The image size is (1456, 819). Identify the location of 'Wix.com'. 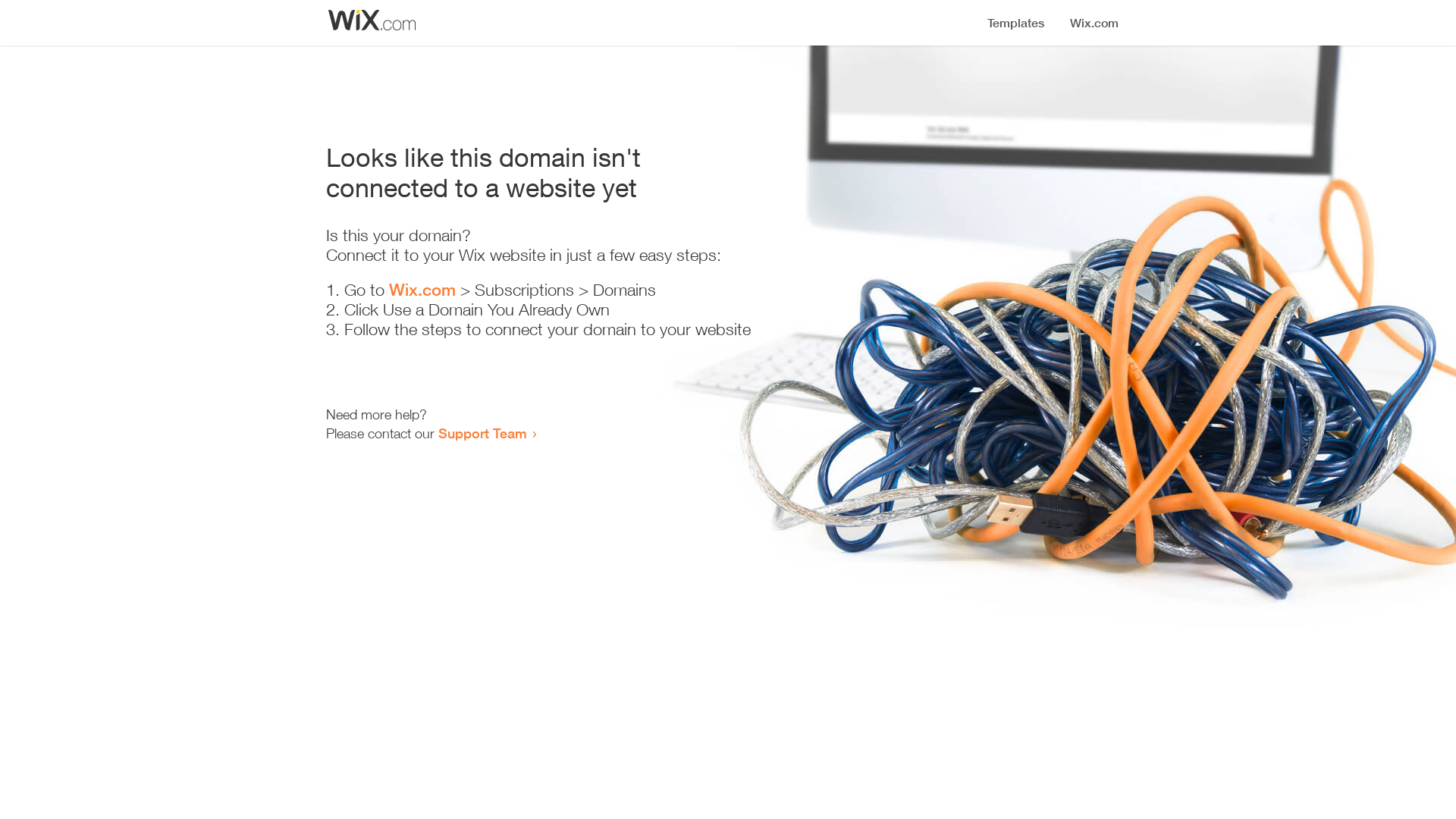
(389, 289).